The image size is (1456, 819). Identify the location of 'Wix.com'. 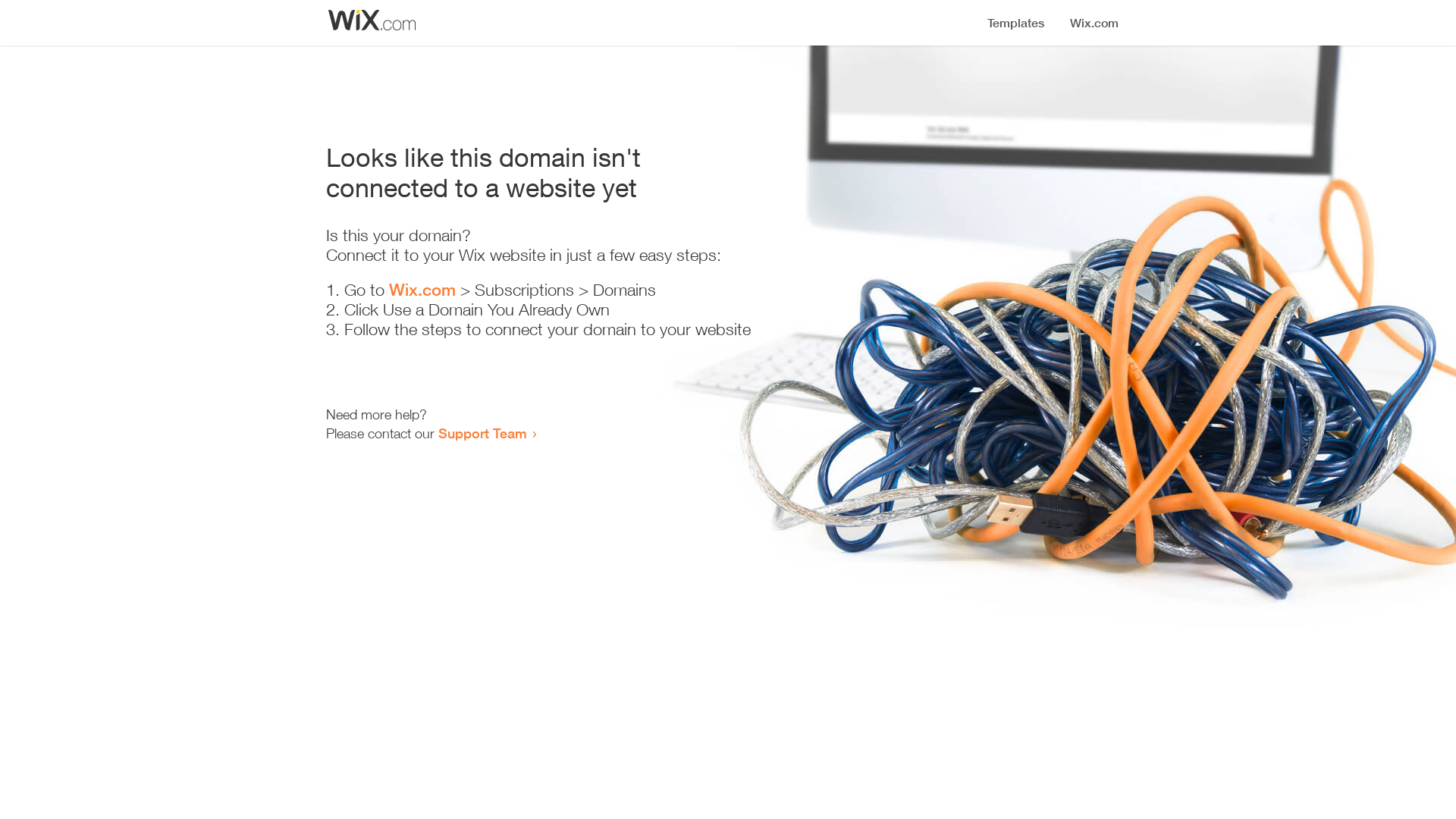
(389, 289).